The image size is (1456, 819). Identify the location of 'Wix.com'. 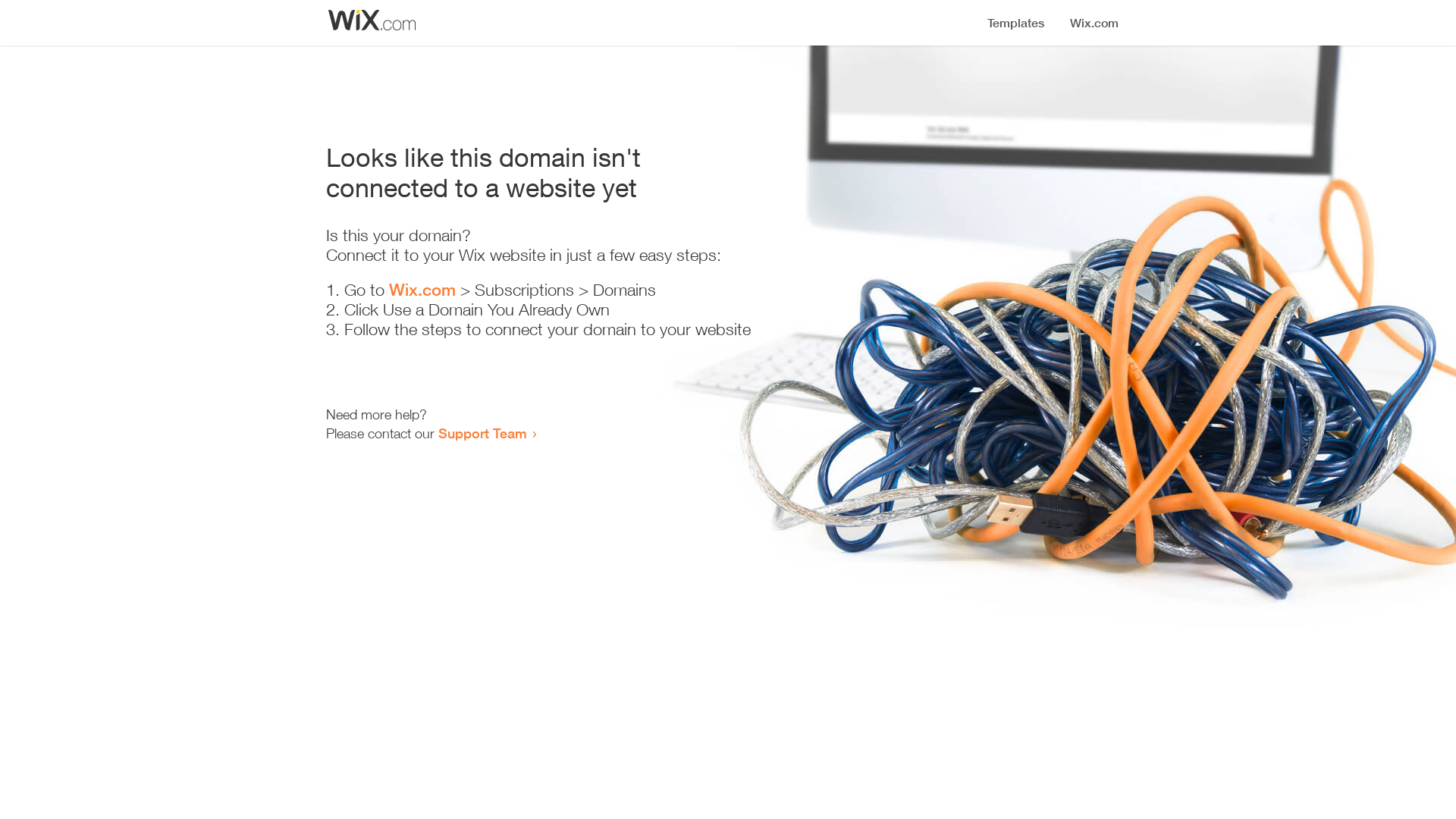
(389, 289).